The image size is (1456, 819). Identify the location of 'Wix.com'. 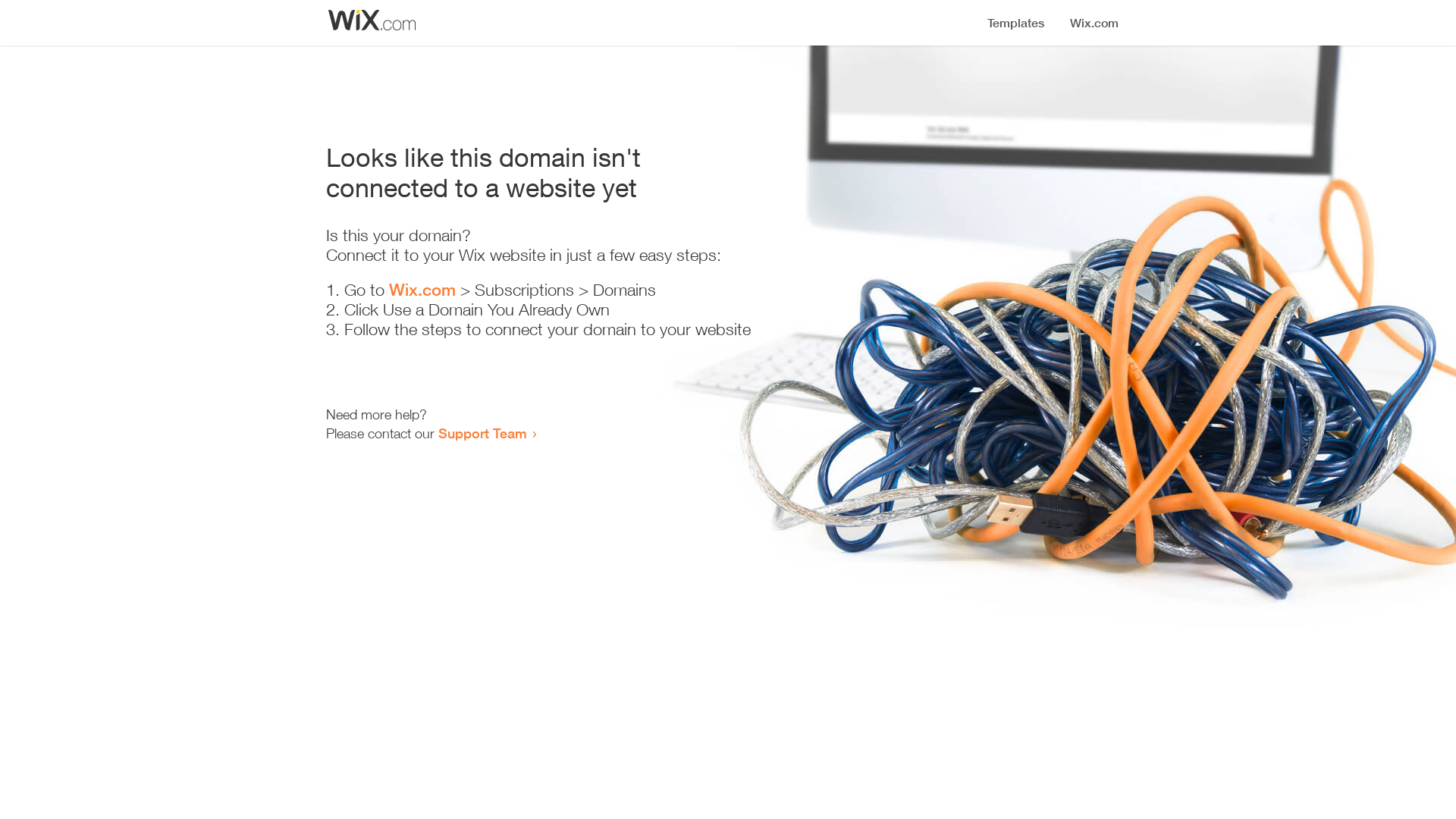
(389, 289).